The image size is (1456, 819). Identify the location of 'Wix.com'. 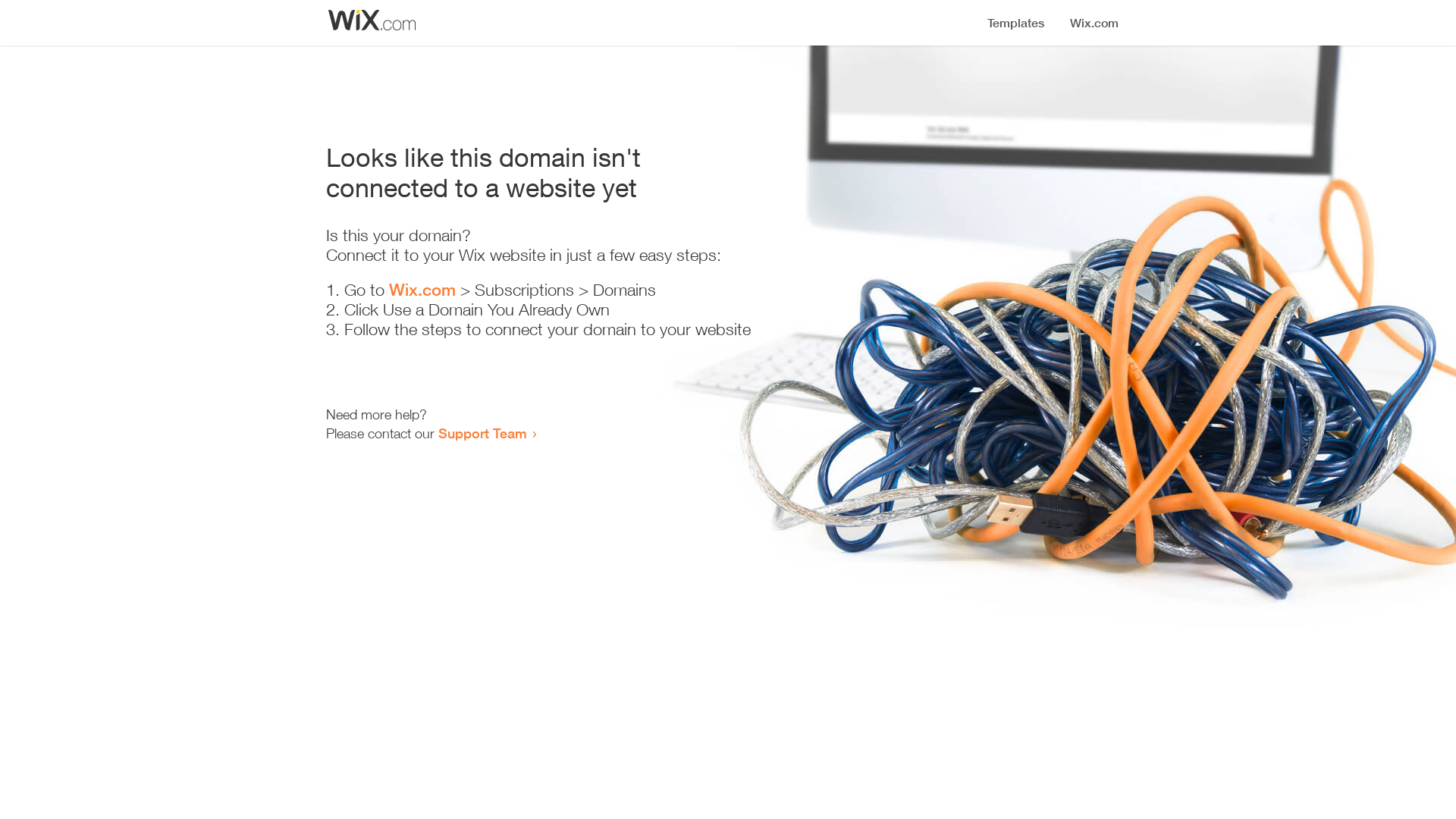
(389, 289).